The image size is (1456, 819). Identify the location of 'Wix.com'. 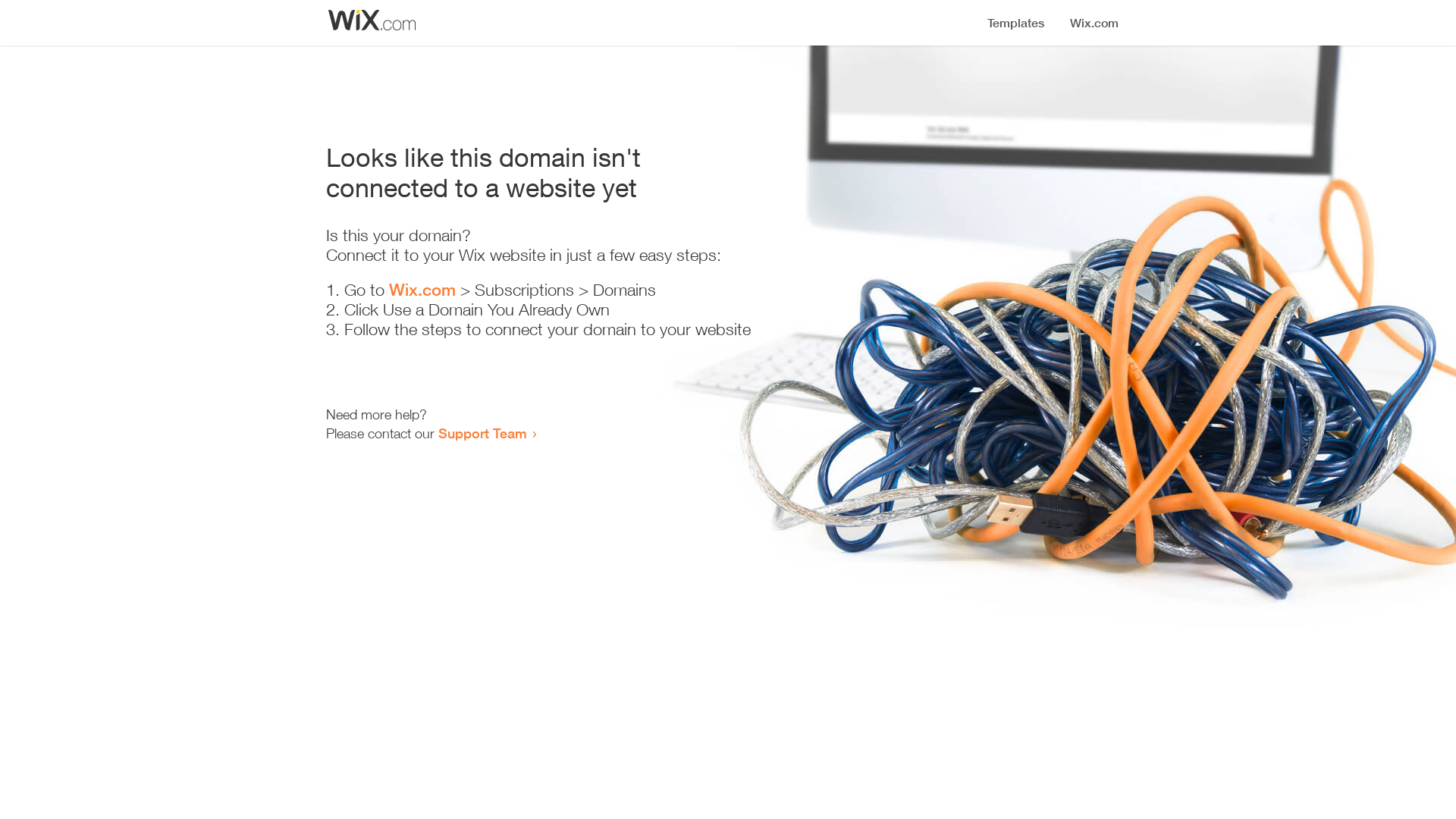
(389, 289).